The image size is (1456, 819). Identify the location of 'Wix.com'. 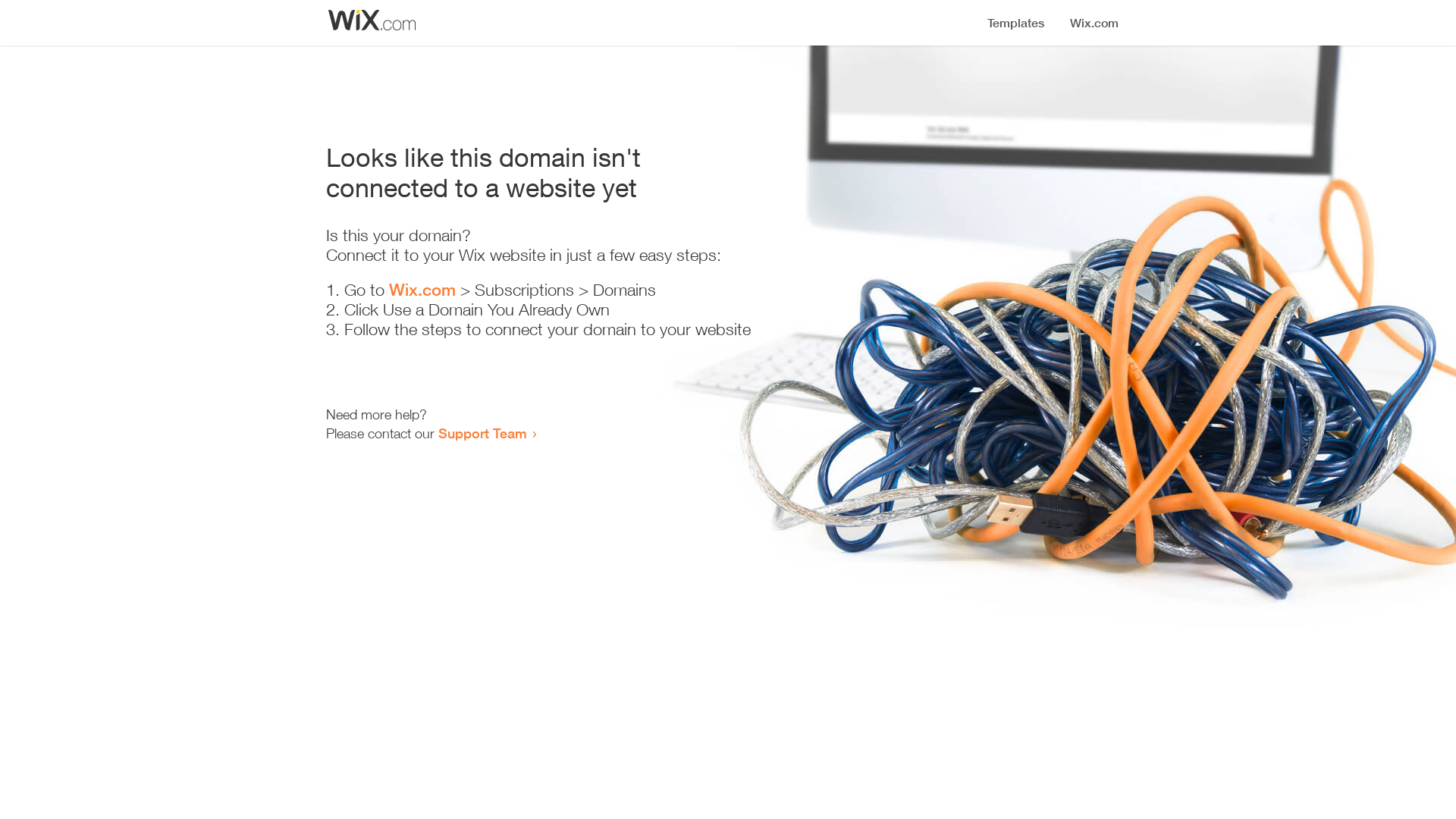
(389, 289).